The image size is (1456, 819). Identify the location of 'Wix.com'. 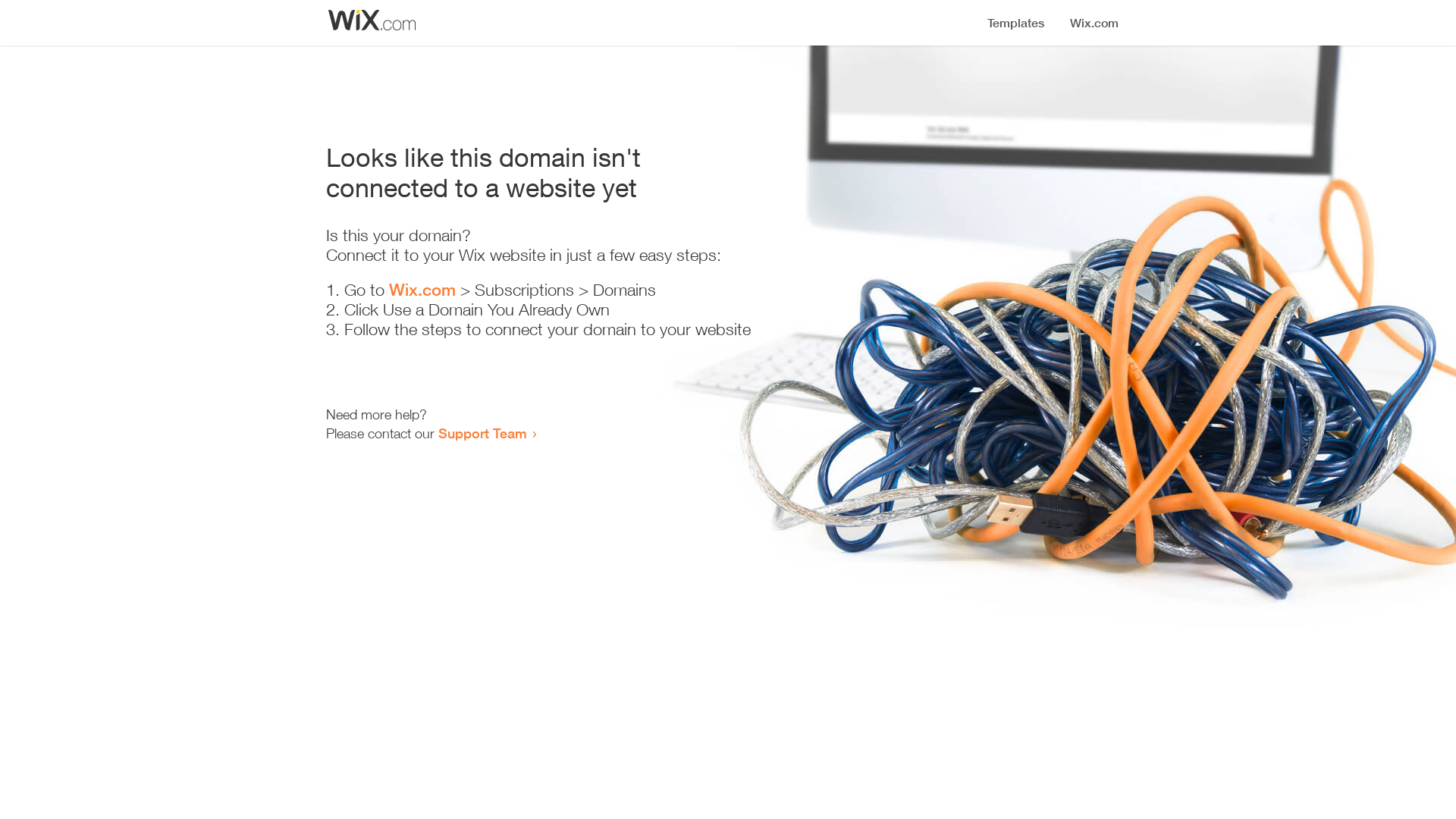
(389, 289).